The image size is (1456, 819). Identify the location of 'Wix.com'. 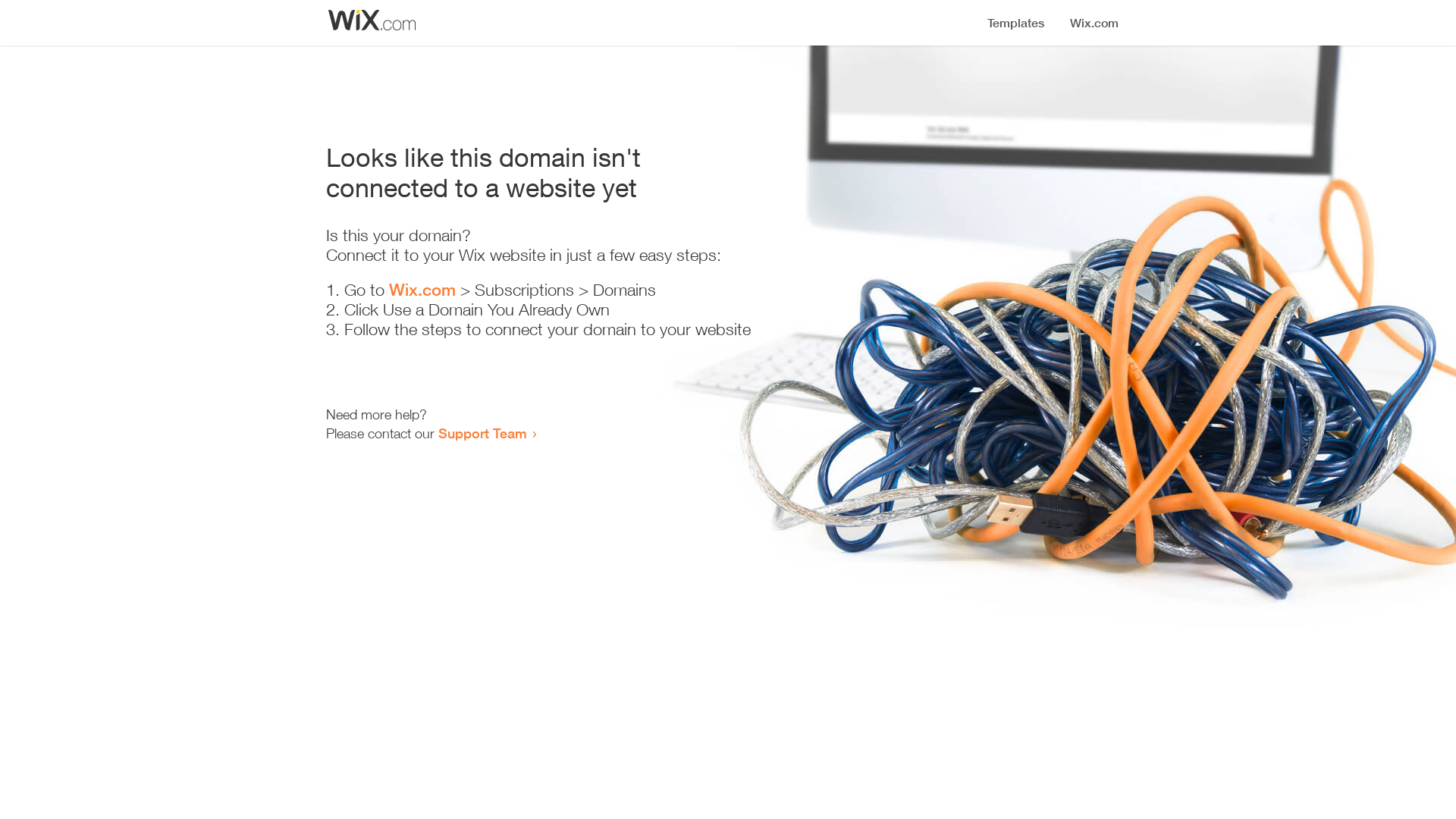
(389, 289).